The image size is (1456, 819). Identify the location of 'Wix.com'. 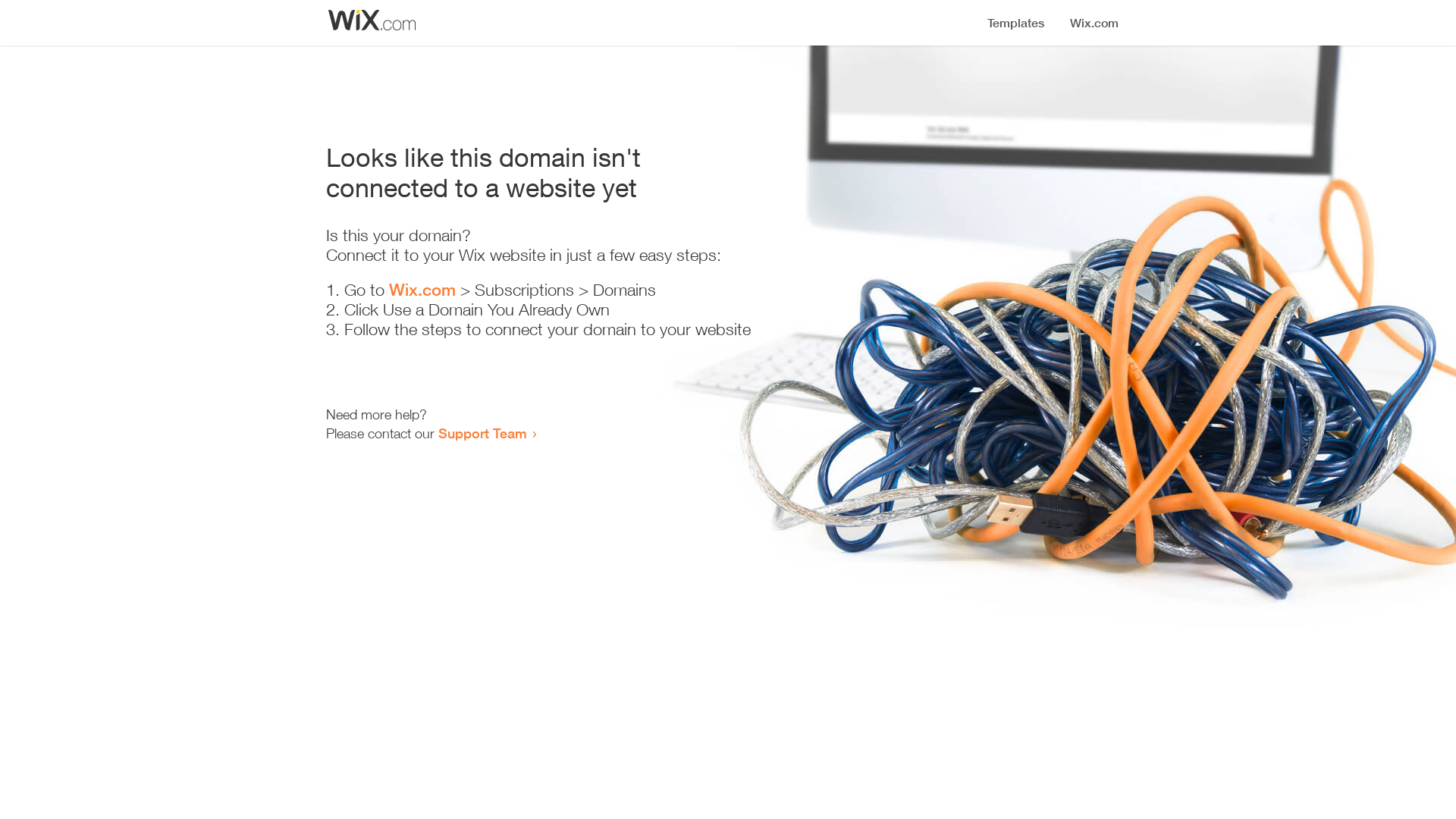
(389, 289).